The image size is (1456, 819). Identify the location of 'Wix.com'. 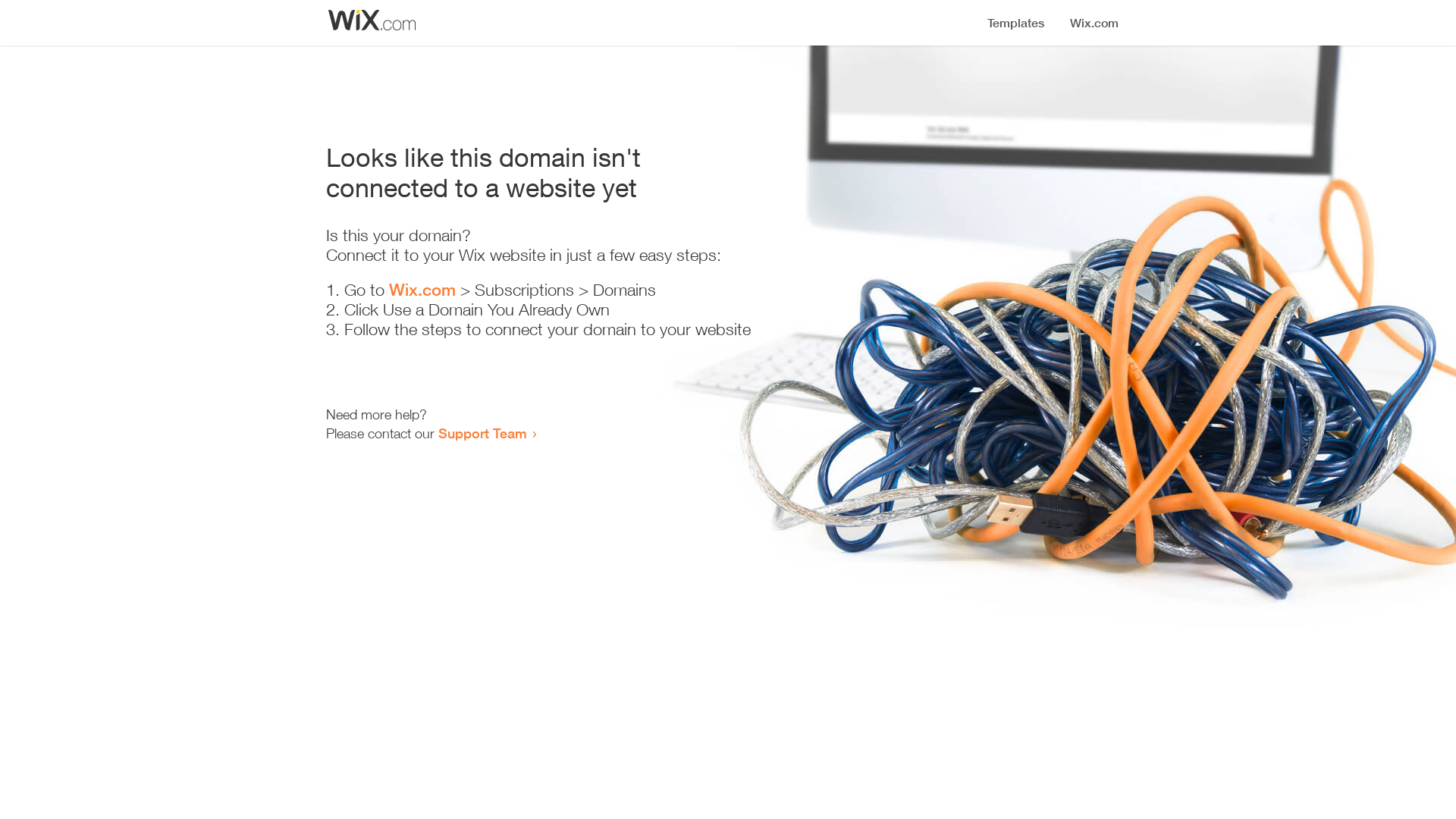
(389, 289).